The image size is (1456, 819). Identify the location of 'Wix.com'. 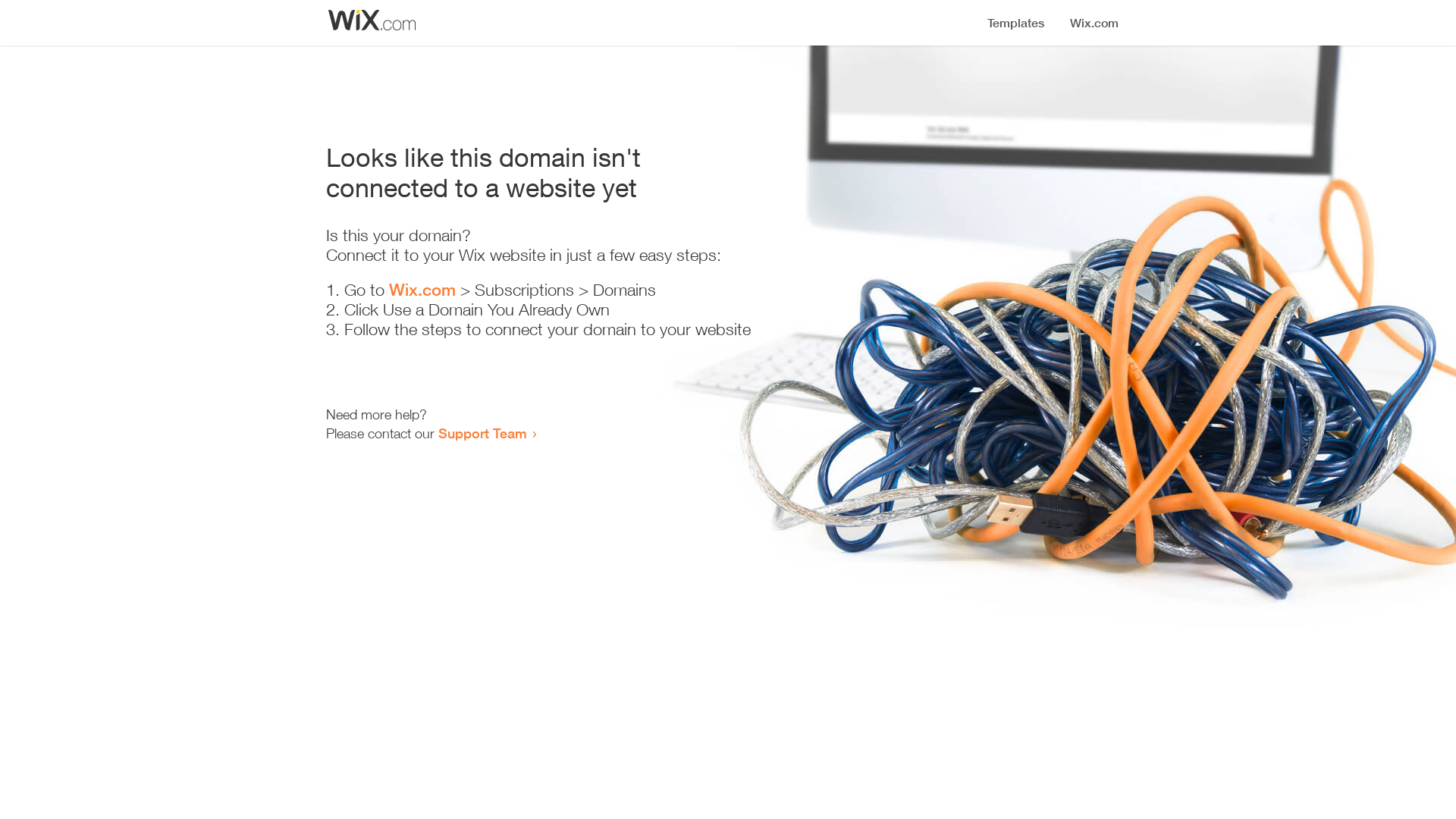
(389, 289).